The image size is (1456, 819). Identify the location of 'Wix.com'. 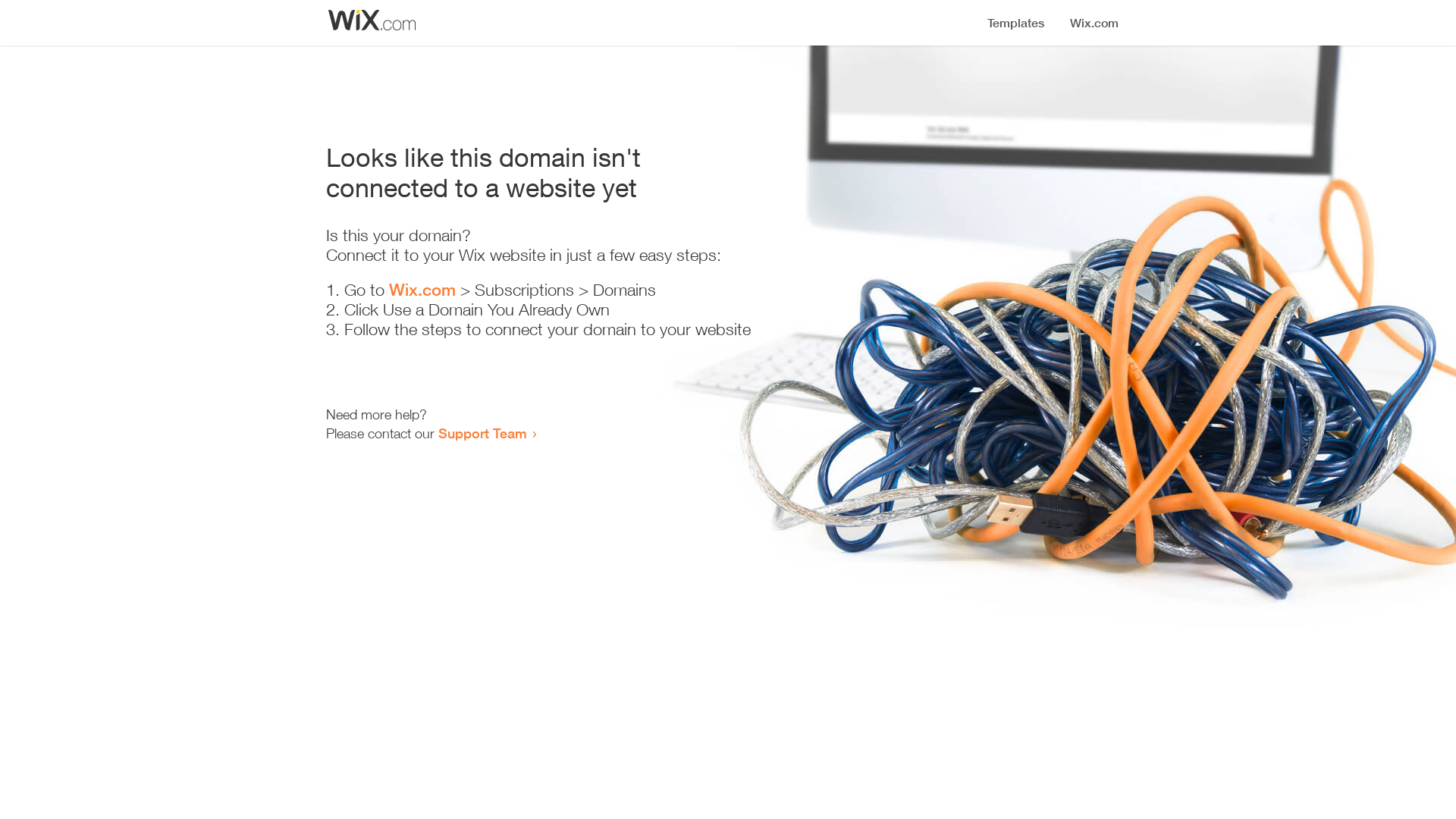
(389, 289).